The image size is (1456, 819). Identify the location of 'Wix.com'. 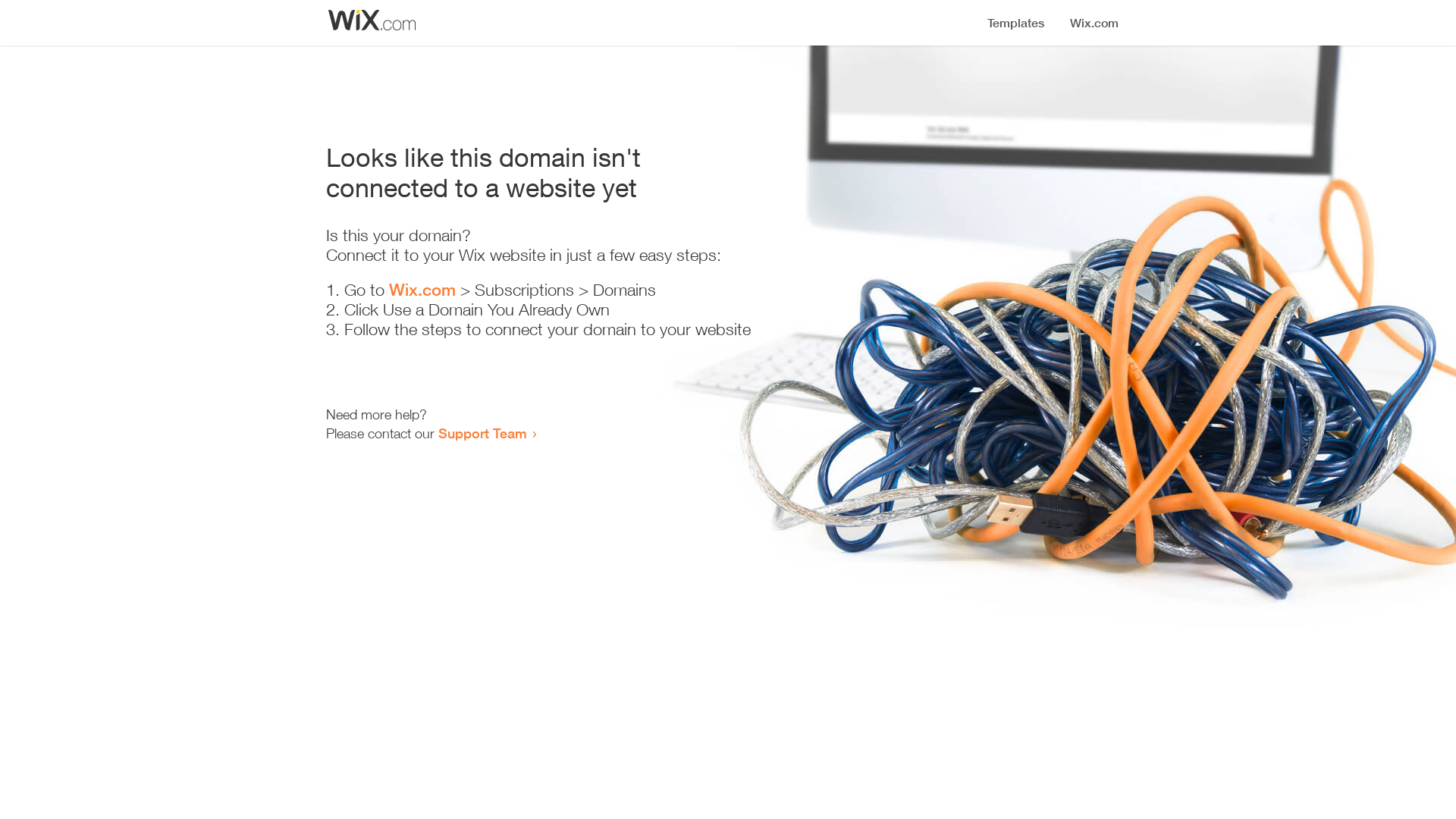
(389, 289).